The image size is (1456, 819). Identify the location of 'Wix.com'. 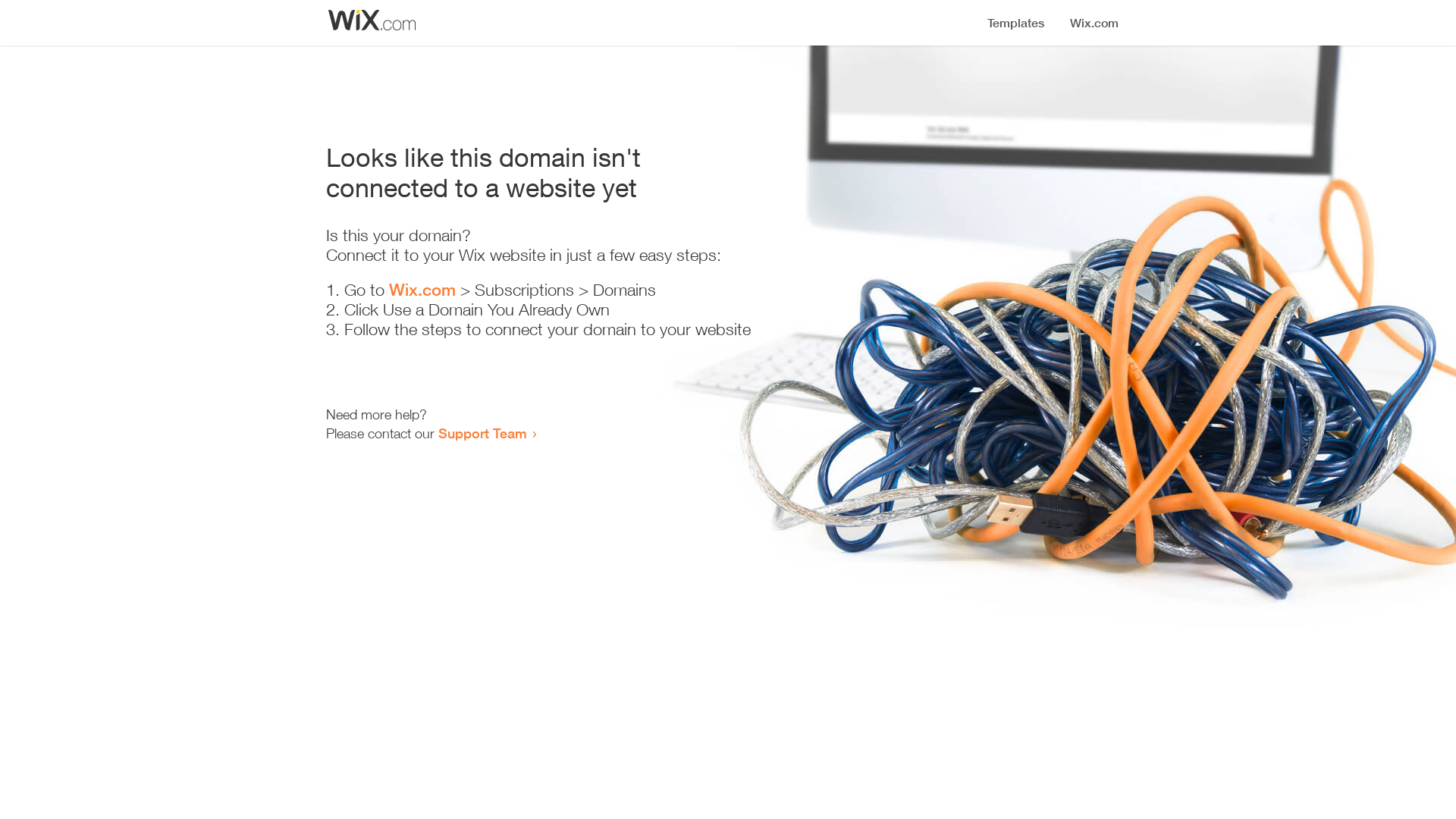
(389, 289).